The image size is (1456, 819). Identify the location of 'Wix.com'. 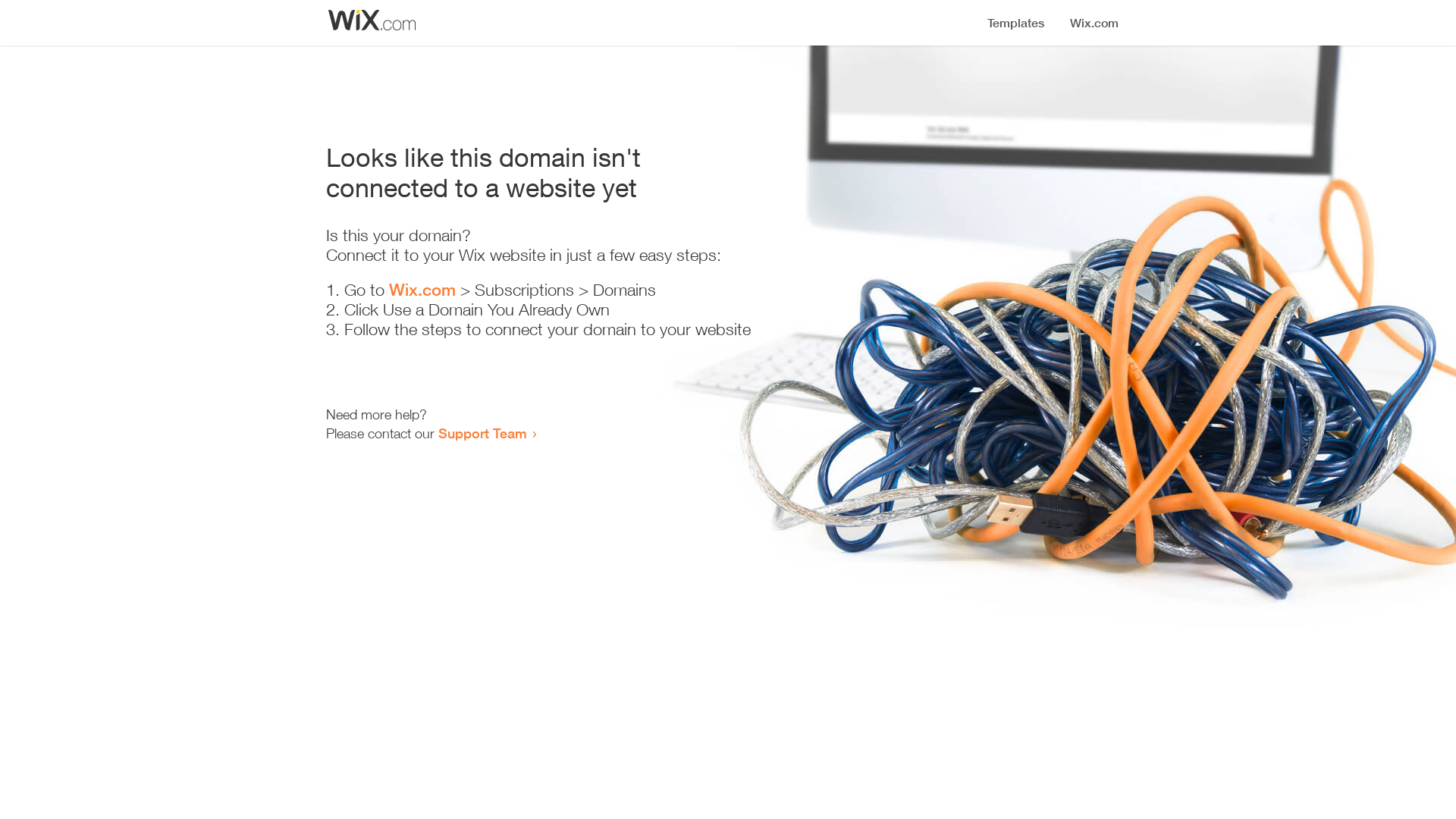
(389, 289).